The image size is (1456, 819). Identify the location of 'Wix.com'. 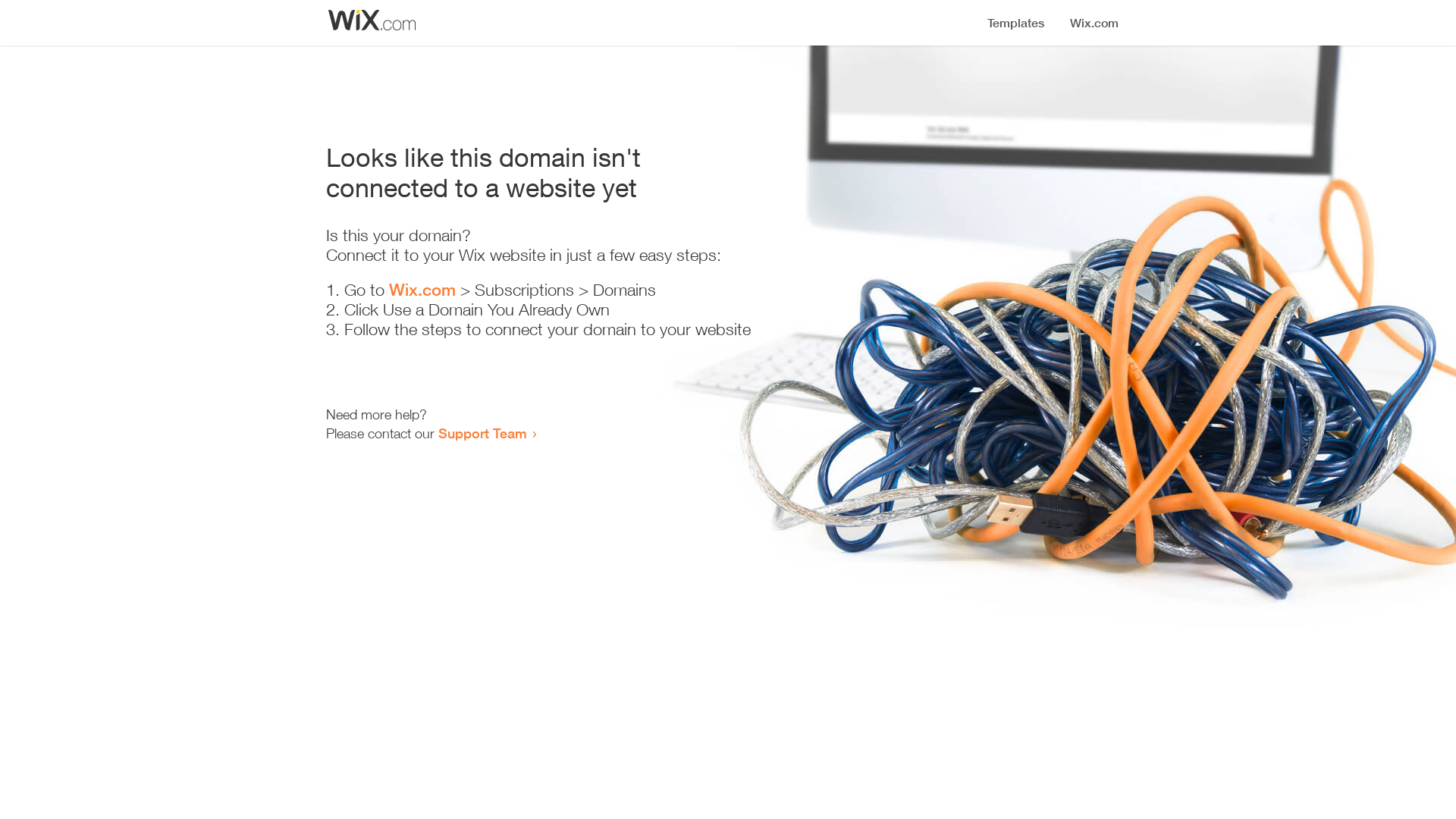
(389, 289).